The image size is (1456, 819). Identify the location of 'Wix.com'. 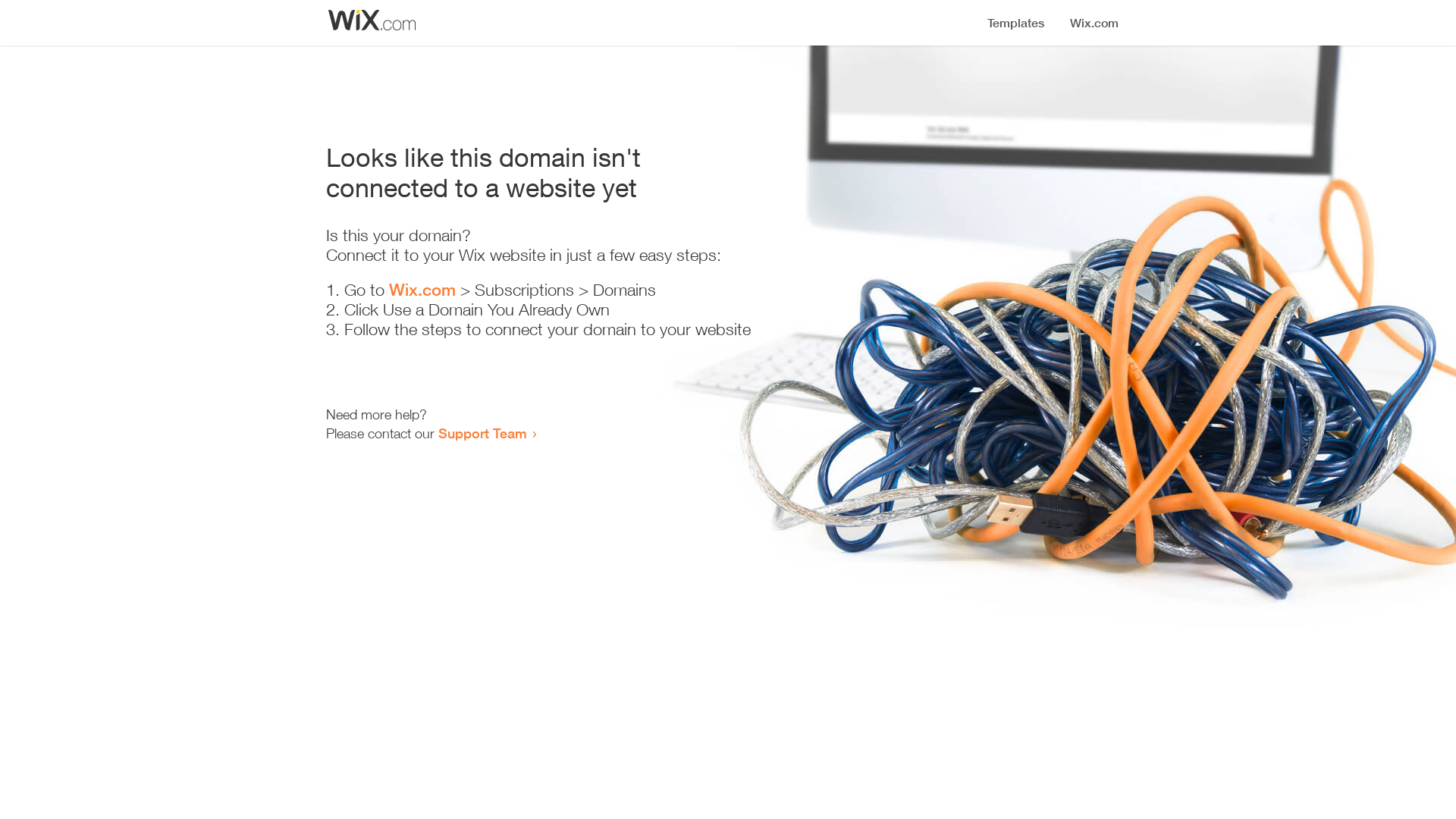
(389, 289).